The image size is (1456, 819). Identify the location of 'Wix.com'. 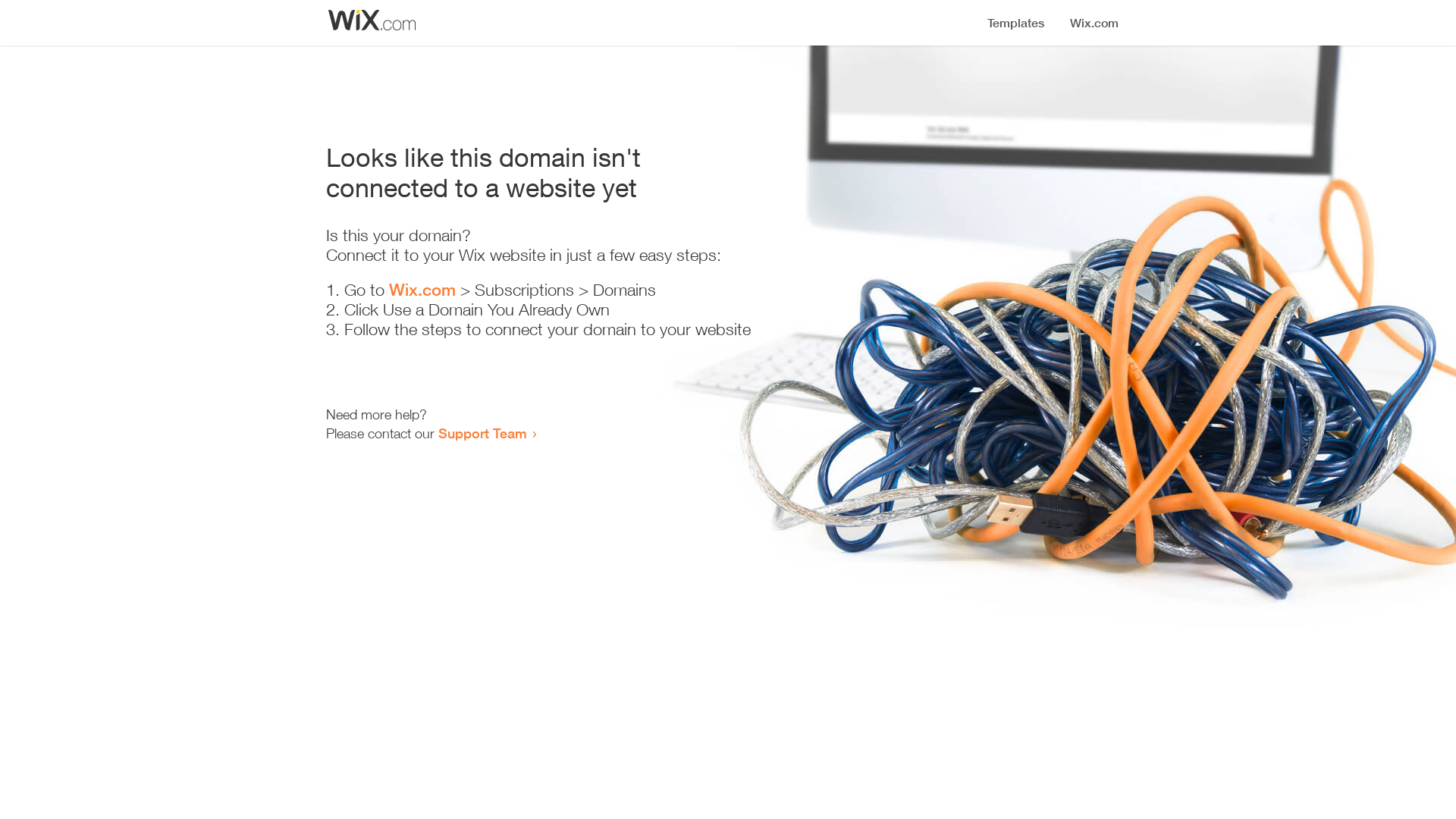
(389, 289).